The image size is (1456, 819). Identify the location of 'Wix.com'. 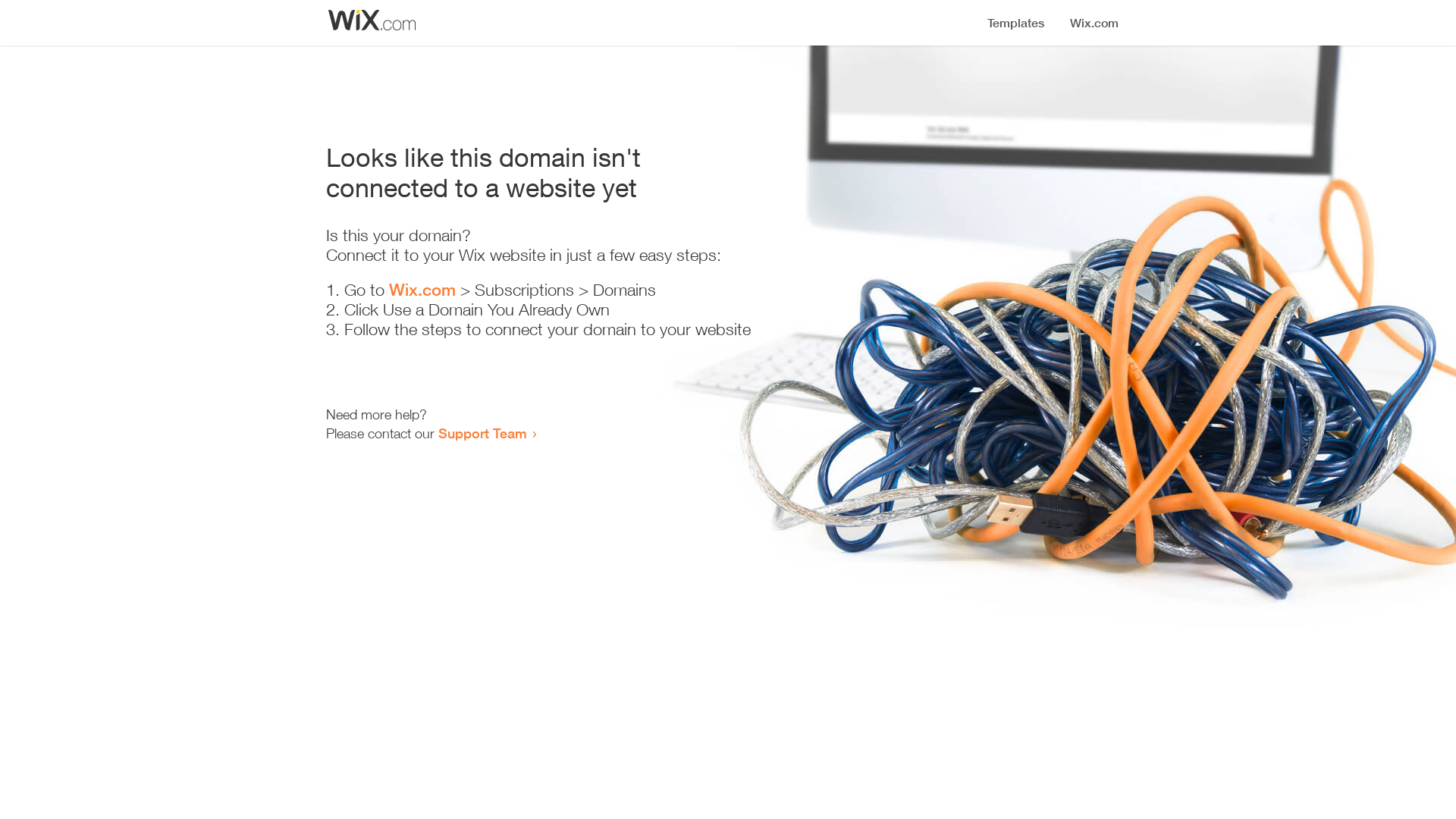
(389, 289).